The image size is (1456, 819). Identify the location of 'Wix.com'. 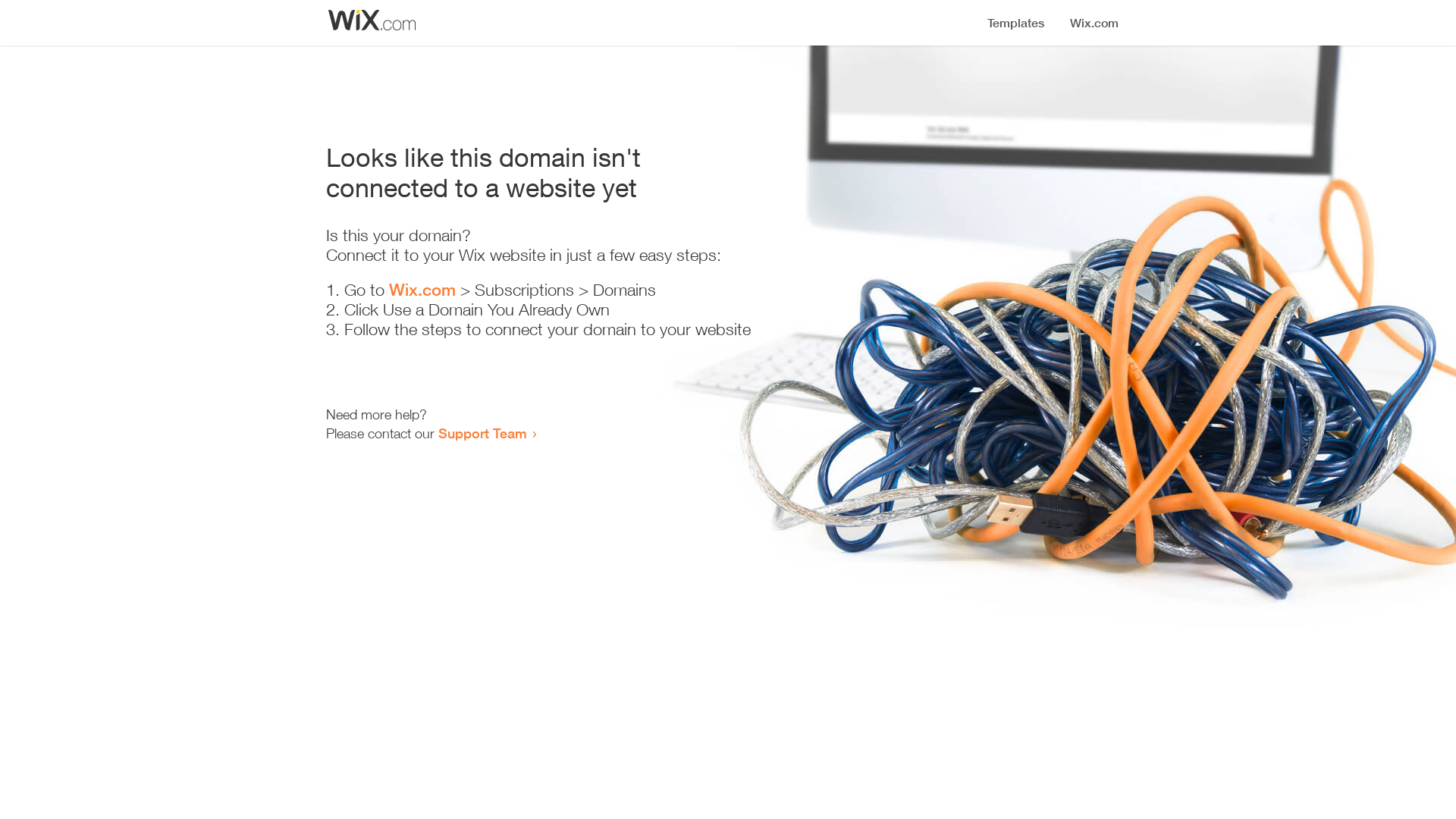
(389, 289).